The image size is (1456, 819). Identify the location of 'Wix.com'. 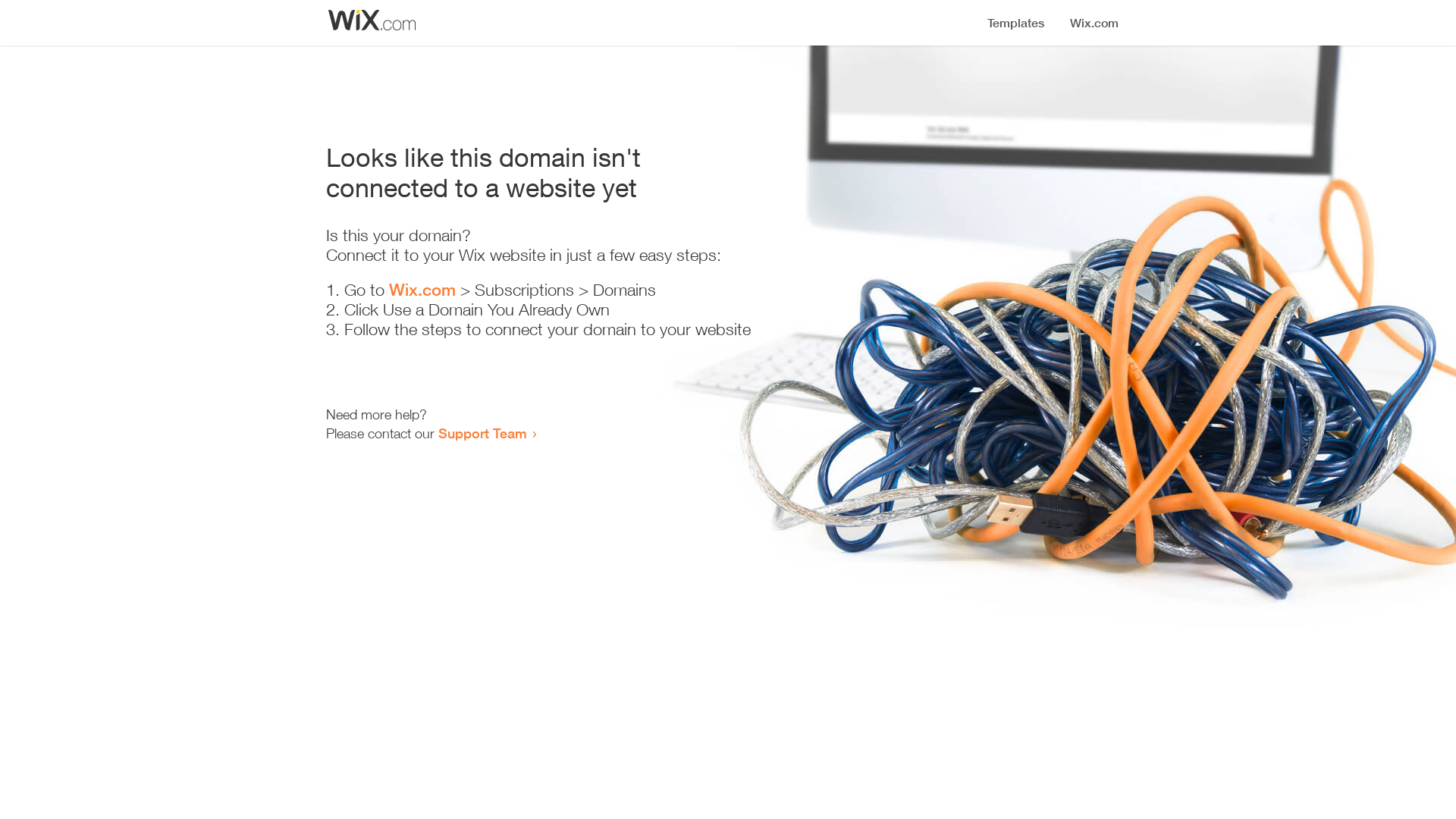
(389, 289).